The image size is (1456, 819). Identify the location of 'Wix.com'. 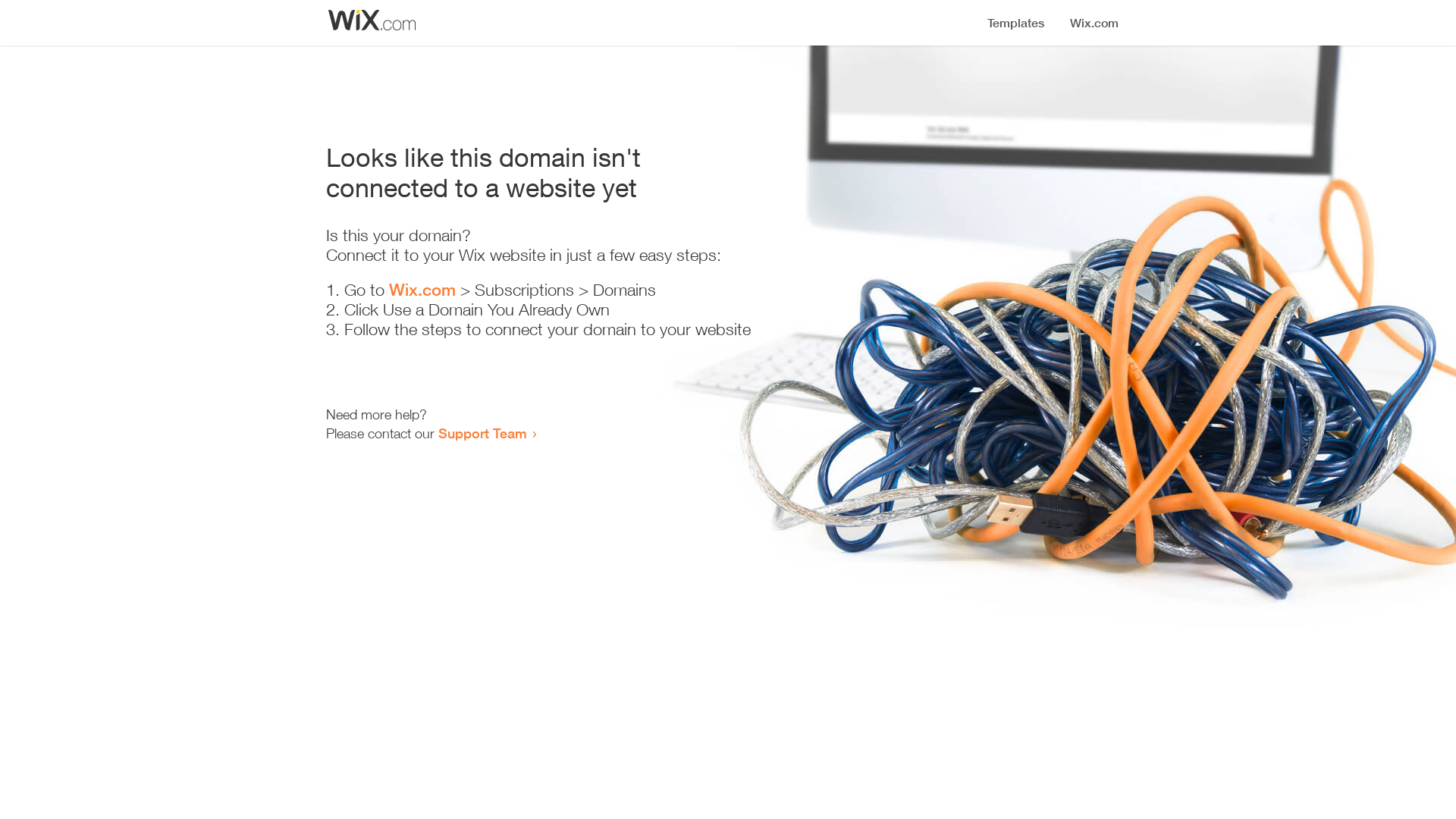
(389, 289).